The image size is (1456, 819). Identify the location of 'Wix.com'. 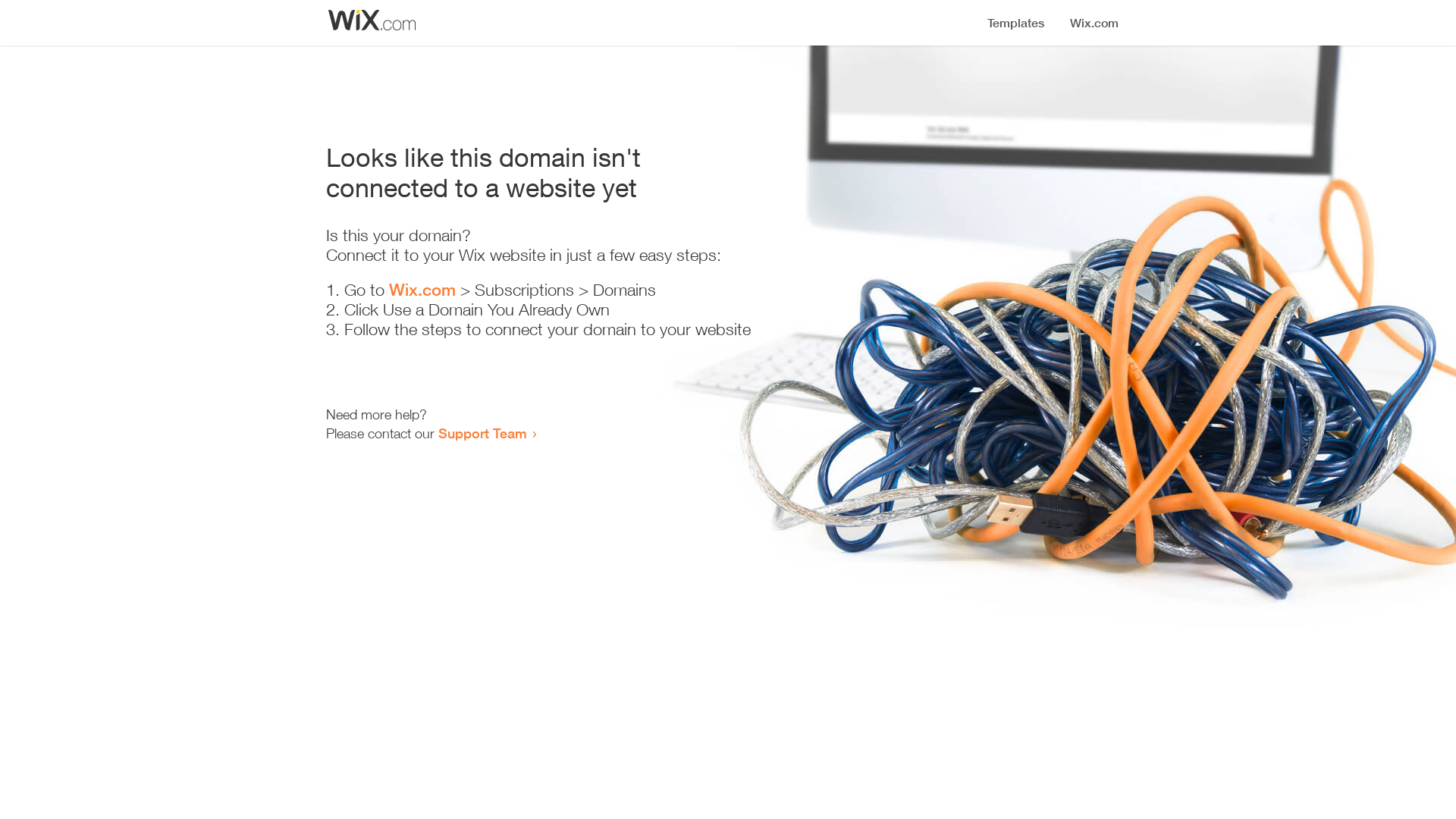
(389, 289).